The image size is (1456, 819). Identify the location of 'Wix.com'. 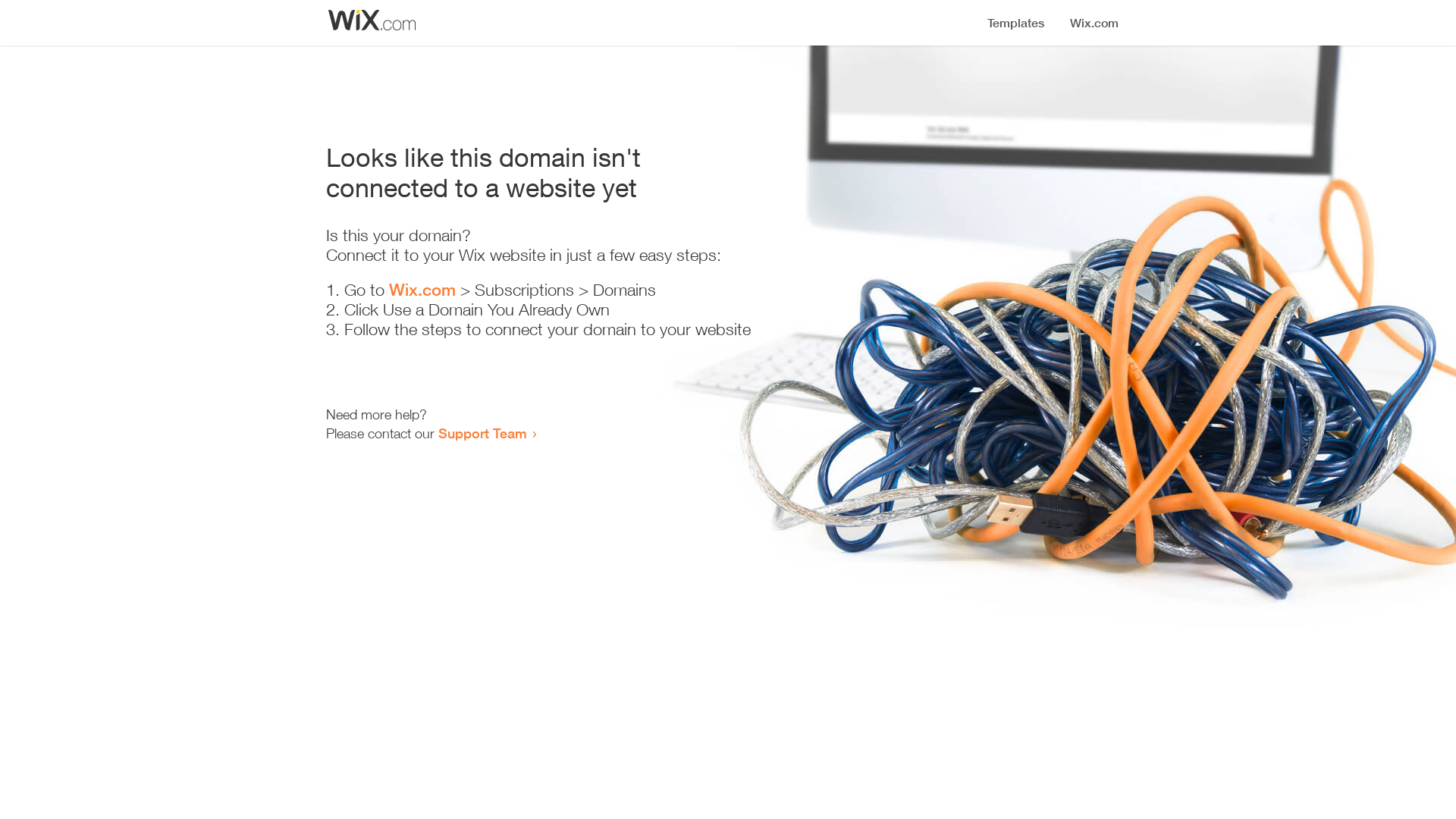
(389, 289).